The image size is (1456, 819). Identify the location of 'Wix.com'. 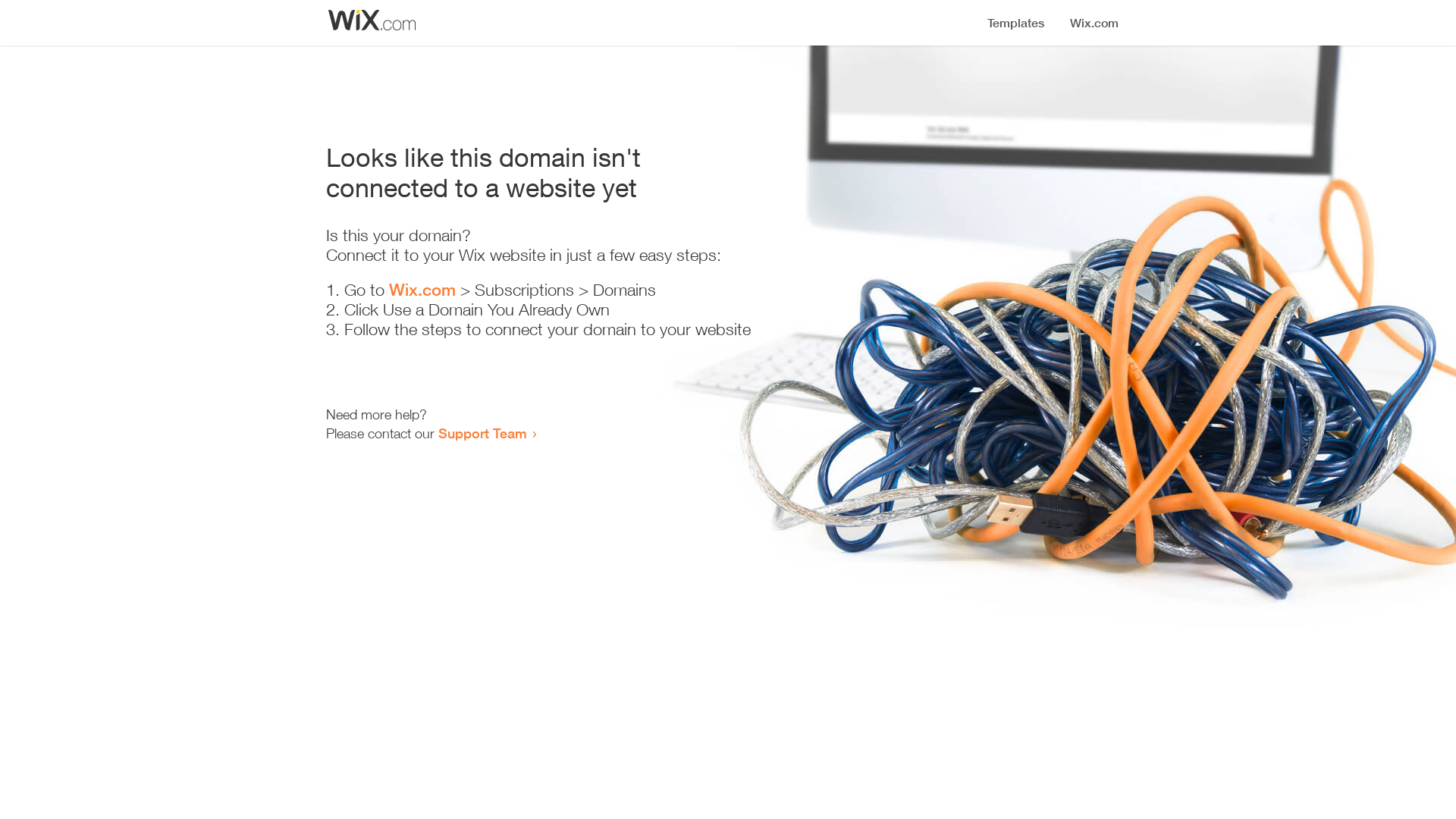
(389, 289).